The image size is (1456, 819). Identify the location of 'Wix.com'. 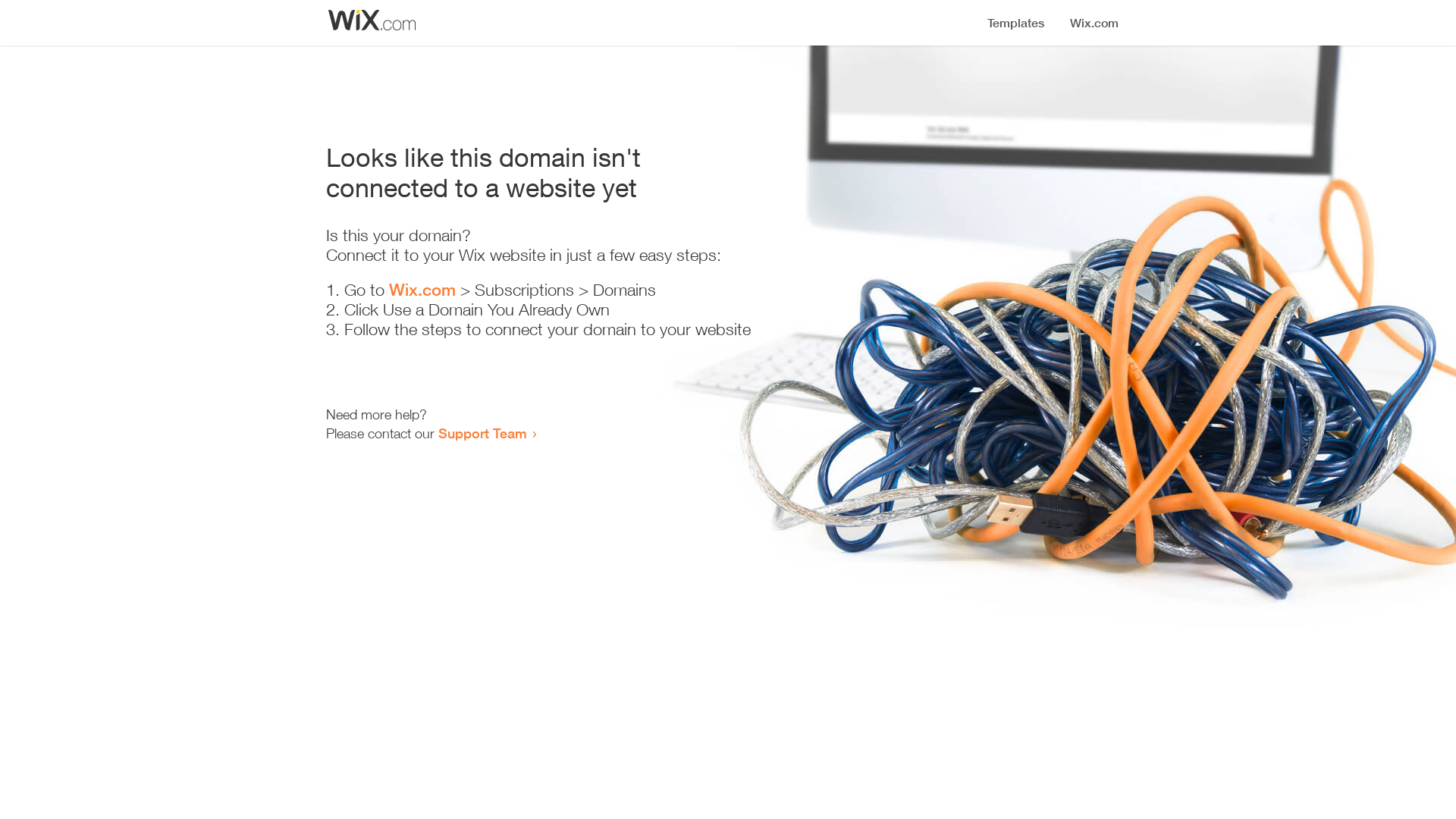
(389, 289).